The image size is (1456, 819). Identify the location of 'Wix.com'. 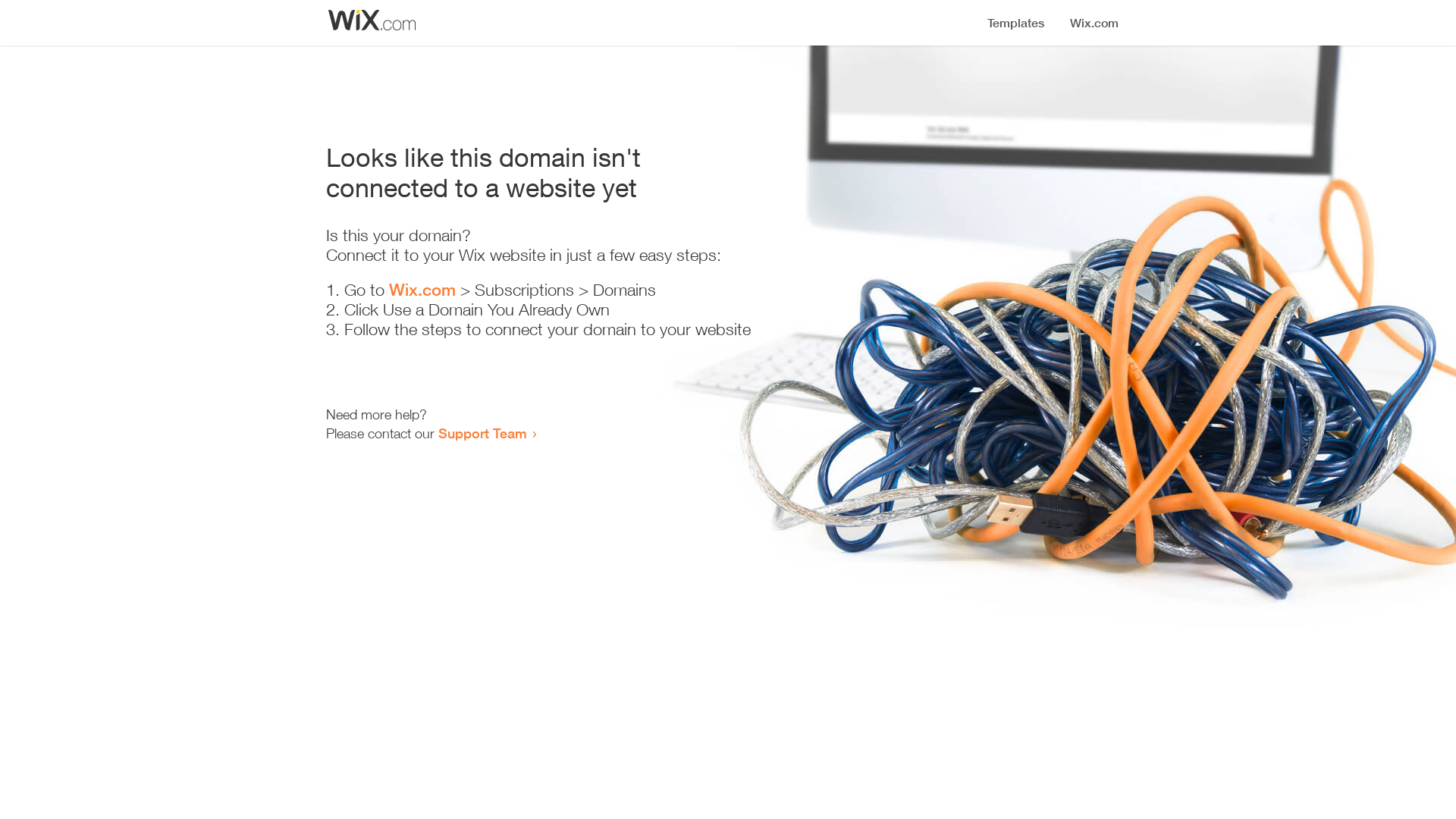
(389, 289).